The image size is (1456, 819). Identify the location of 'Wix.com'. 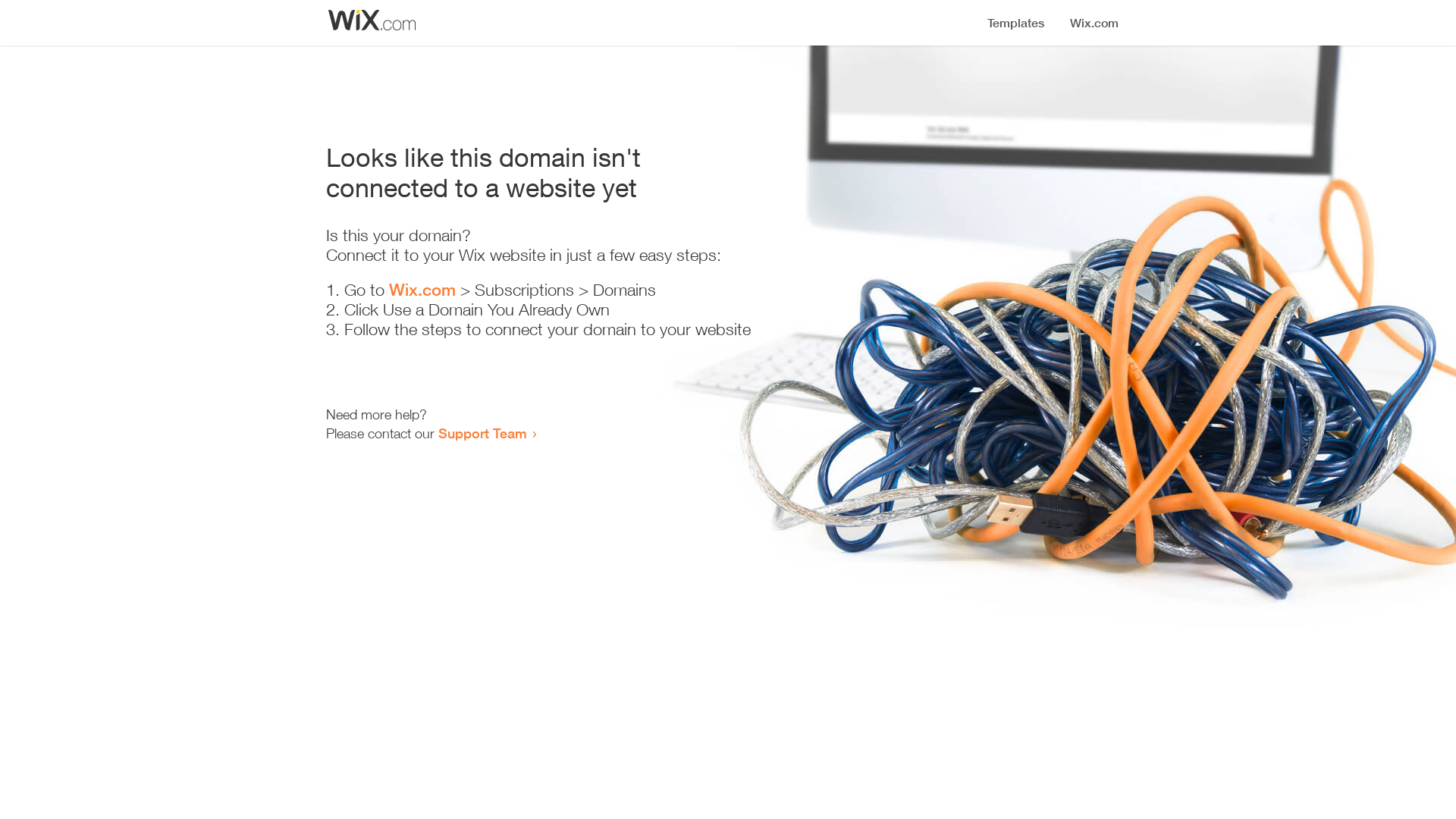
(389, 289).